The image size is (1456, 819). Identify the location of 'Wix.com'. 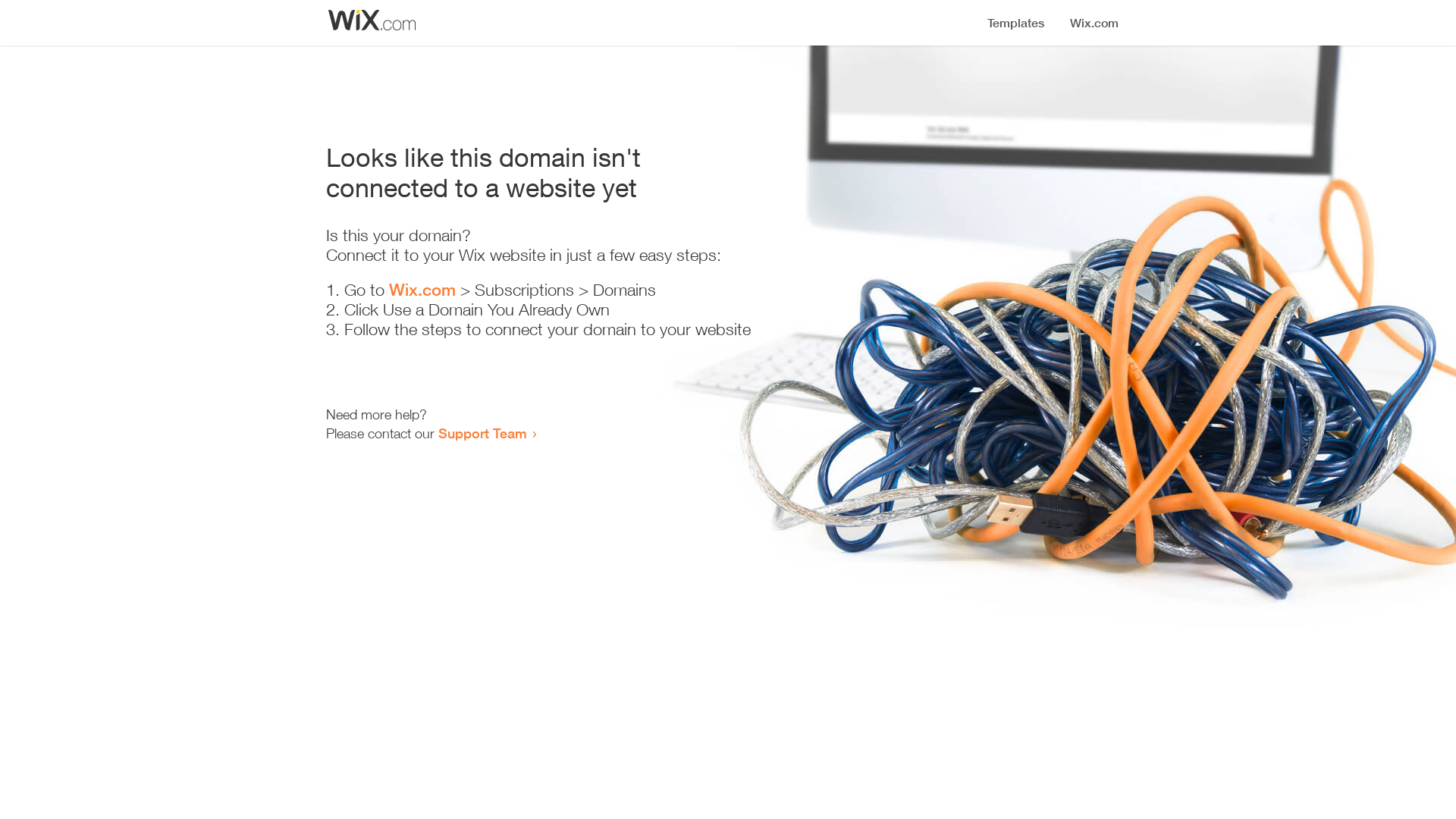
(389, 289).